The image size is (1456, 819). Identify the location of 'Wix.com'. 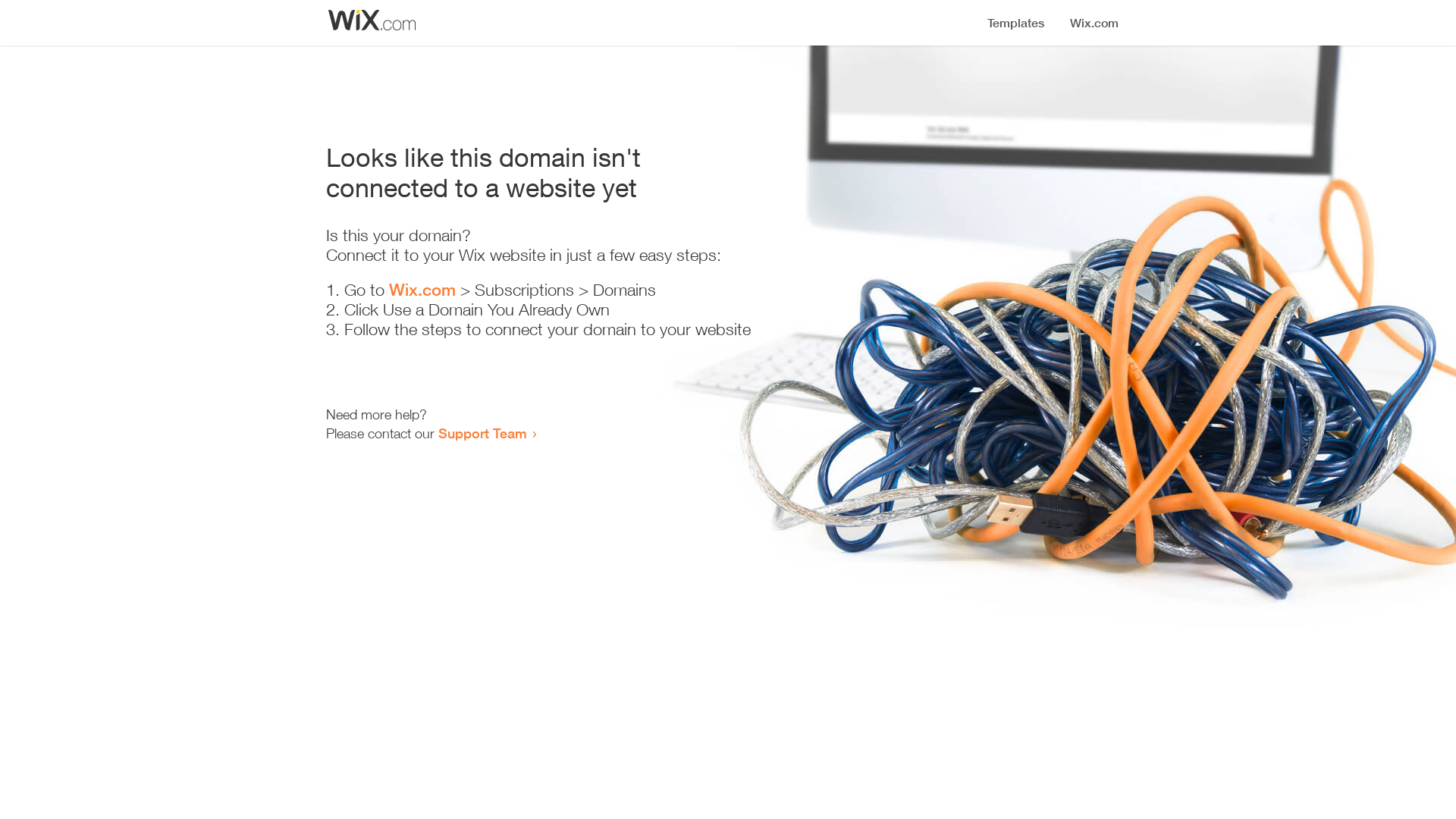
(389, 289).